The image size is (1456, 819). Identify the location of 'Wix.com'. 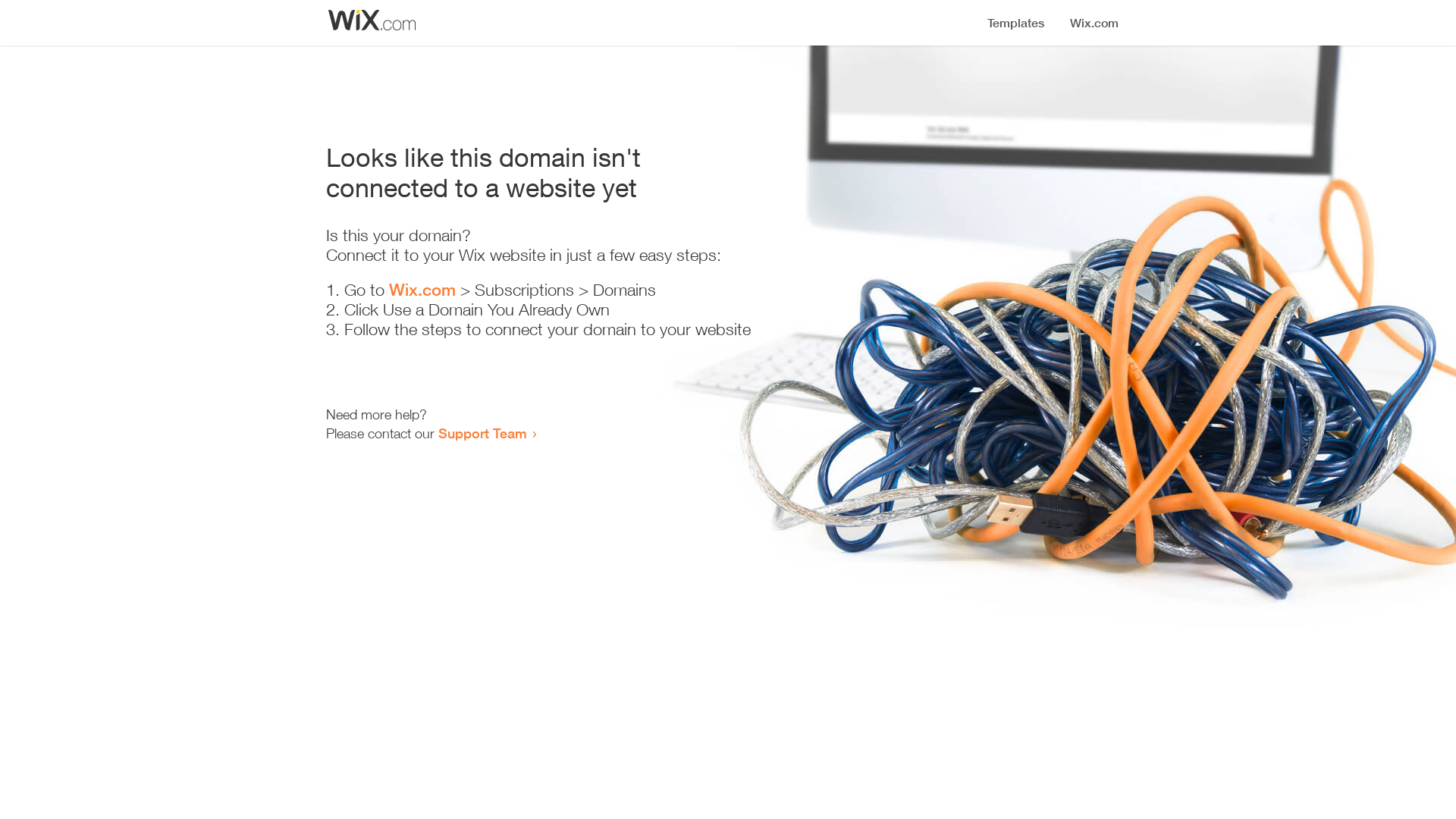
(389, 289).